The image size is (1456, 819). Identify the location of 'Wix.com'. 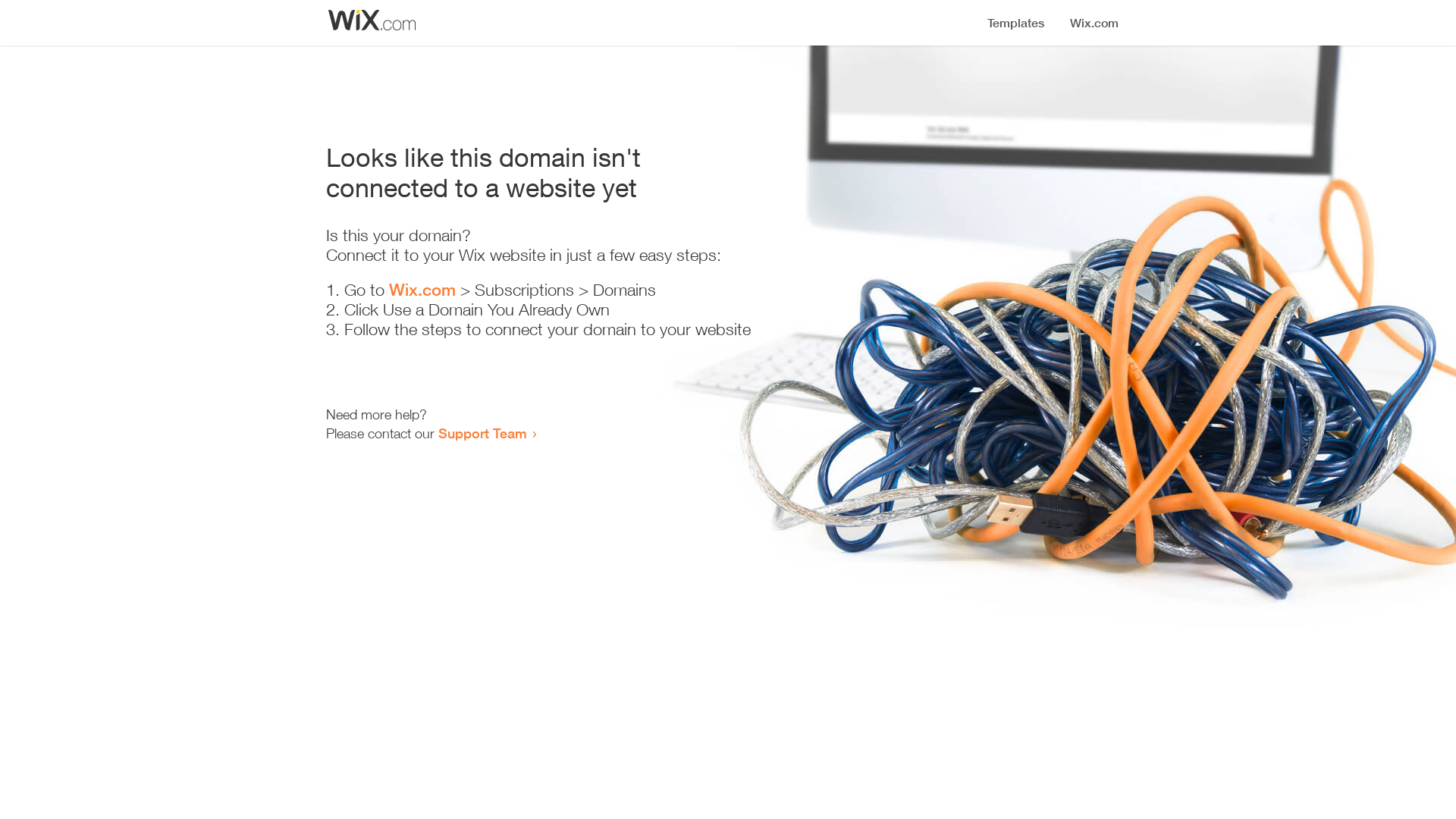
(389, 289).